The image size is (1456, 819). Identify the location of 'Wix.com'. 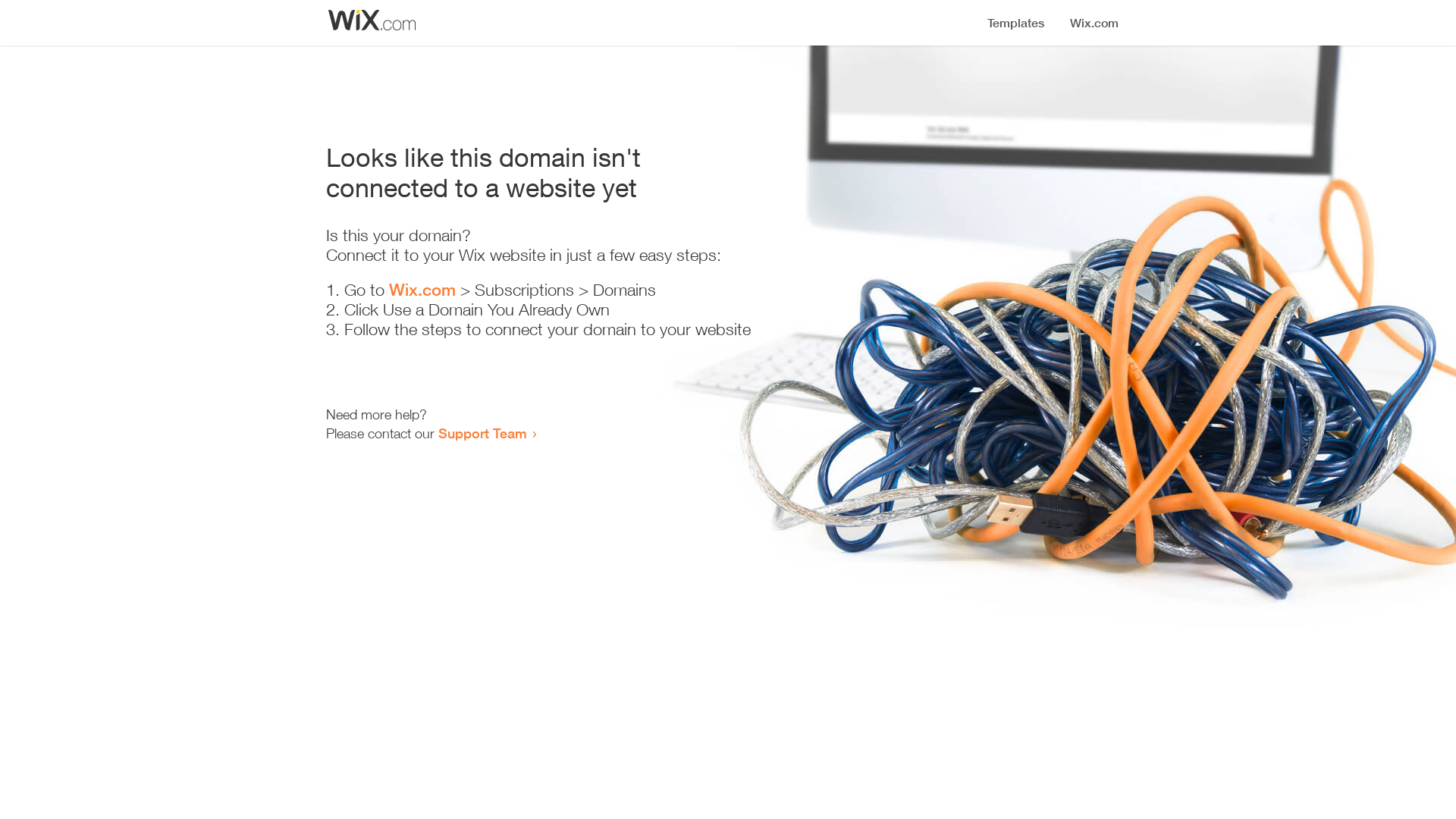
(389, 289).